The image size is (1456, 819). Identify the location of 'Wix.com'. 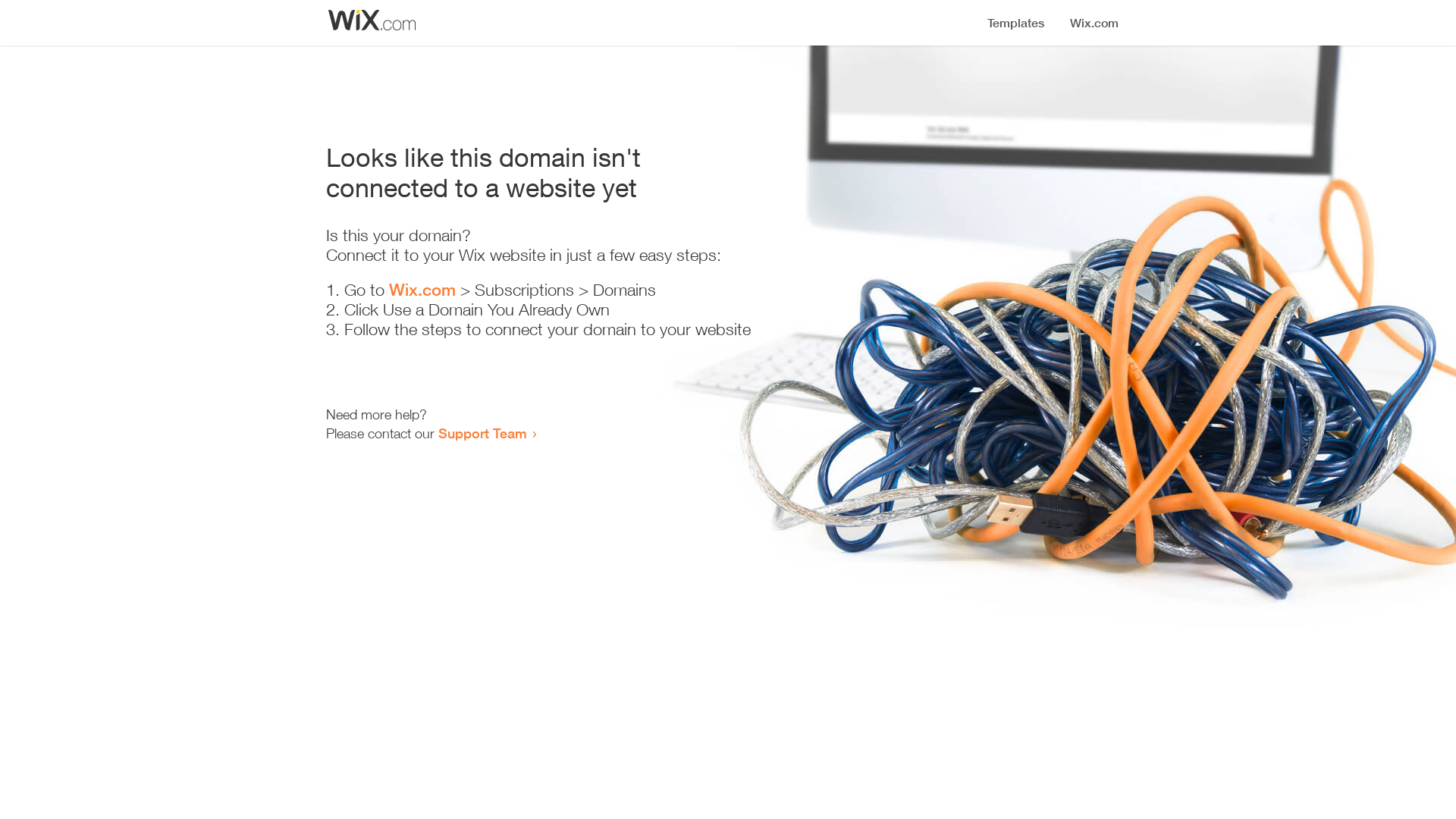
(389, 289).